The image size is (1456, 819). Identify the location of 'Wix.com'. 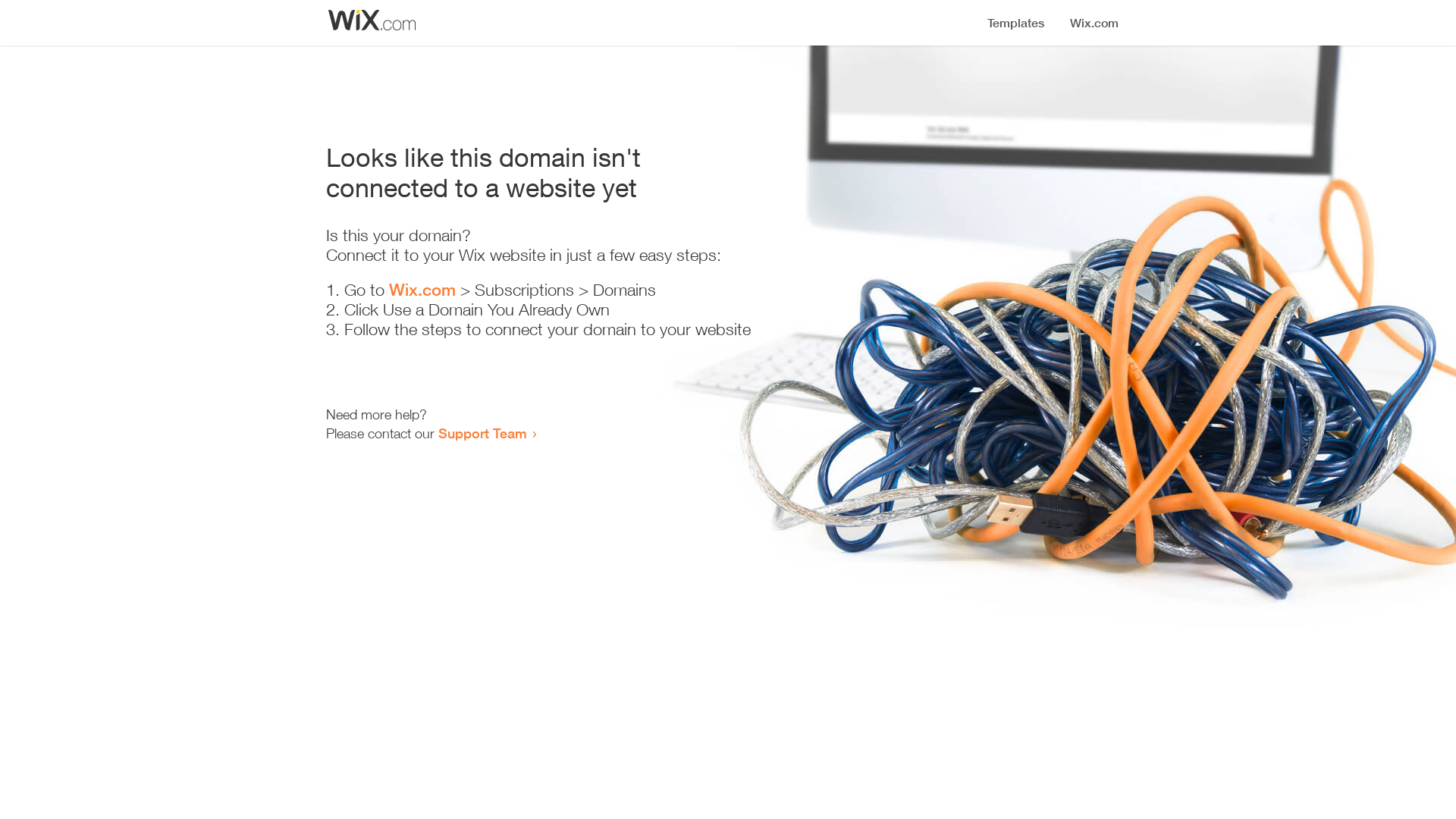
(389, 289).